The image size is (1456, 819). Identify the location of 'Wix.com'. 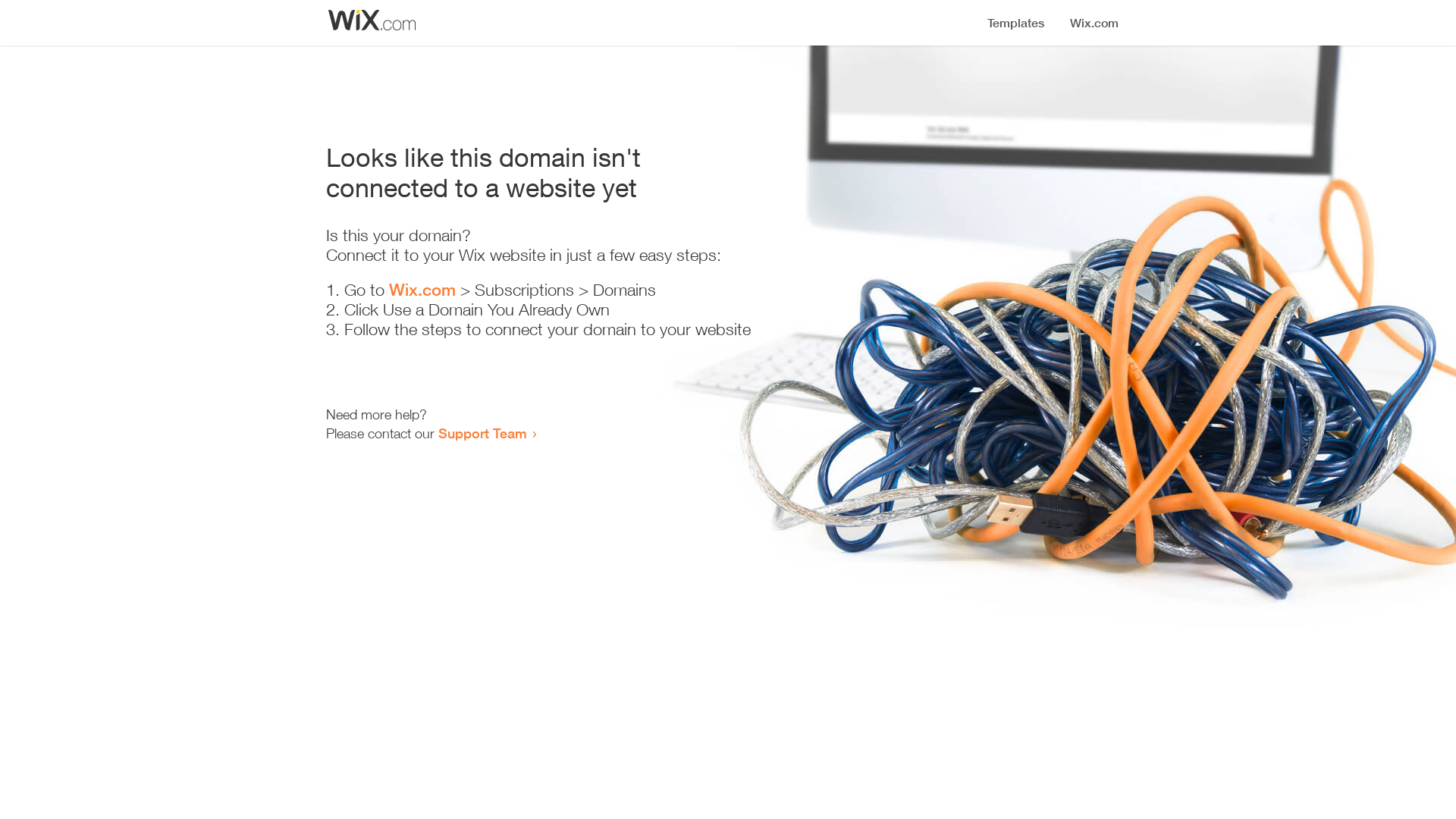
(389, 289).